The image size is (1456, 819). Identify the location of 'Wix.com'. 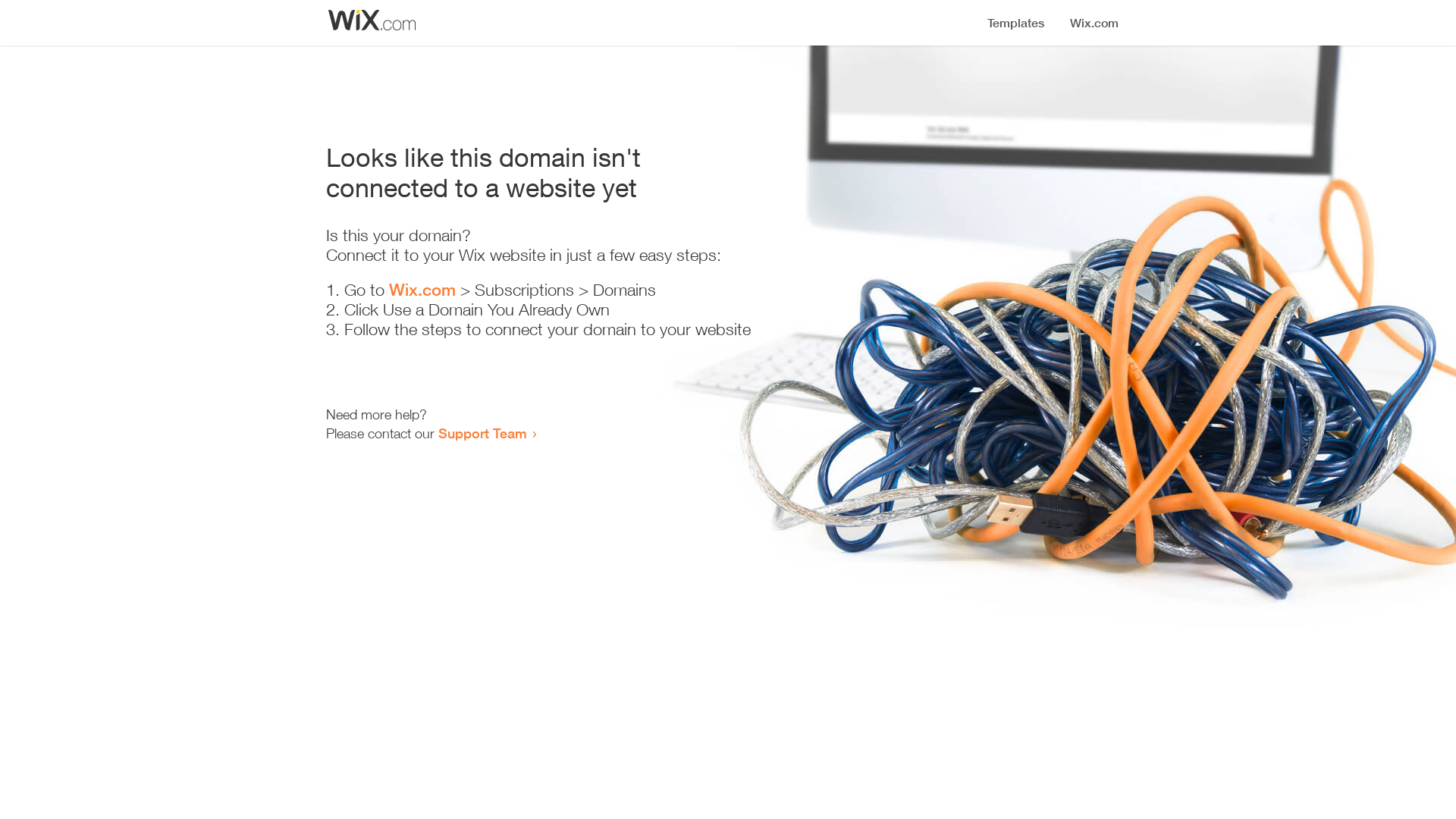
(389, 289).